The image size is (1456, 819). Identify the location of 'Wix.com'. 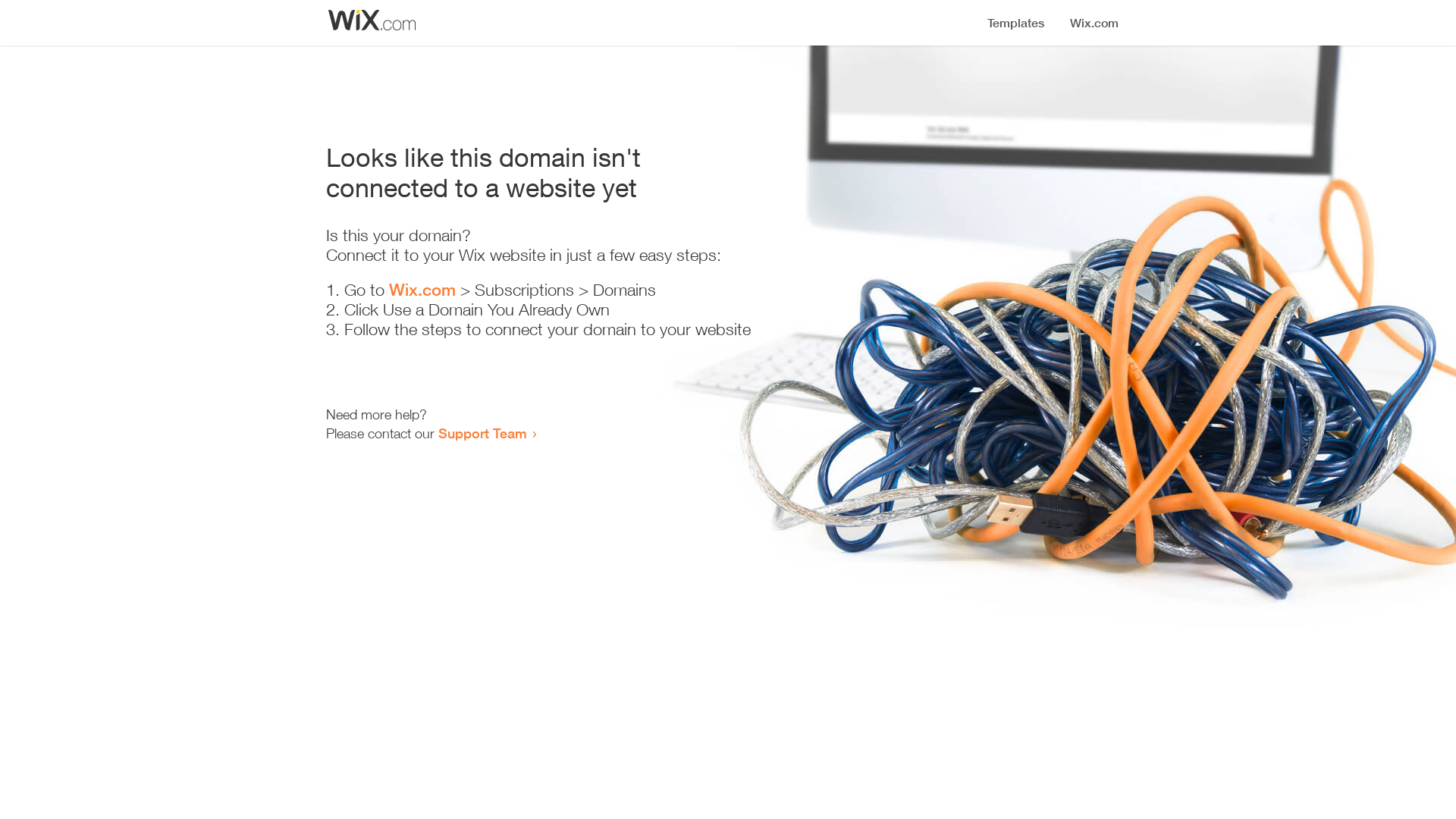
(389, 289).